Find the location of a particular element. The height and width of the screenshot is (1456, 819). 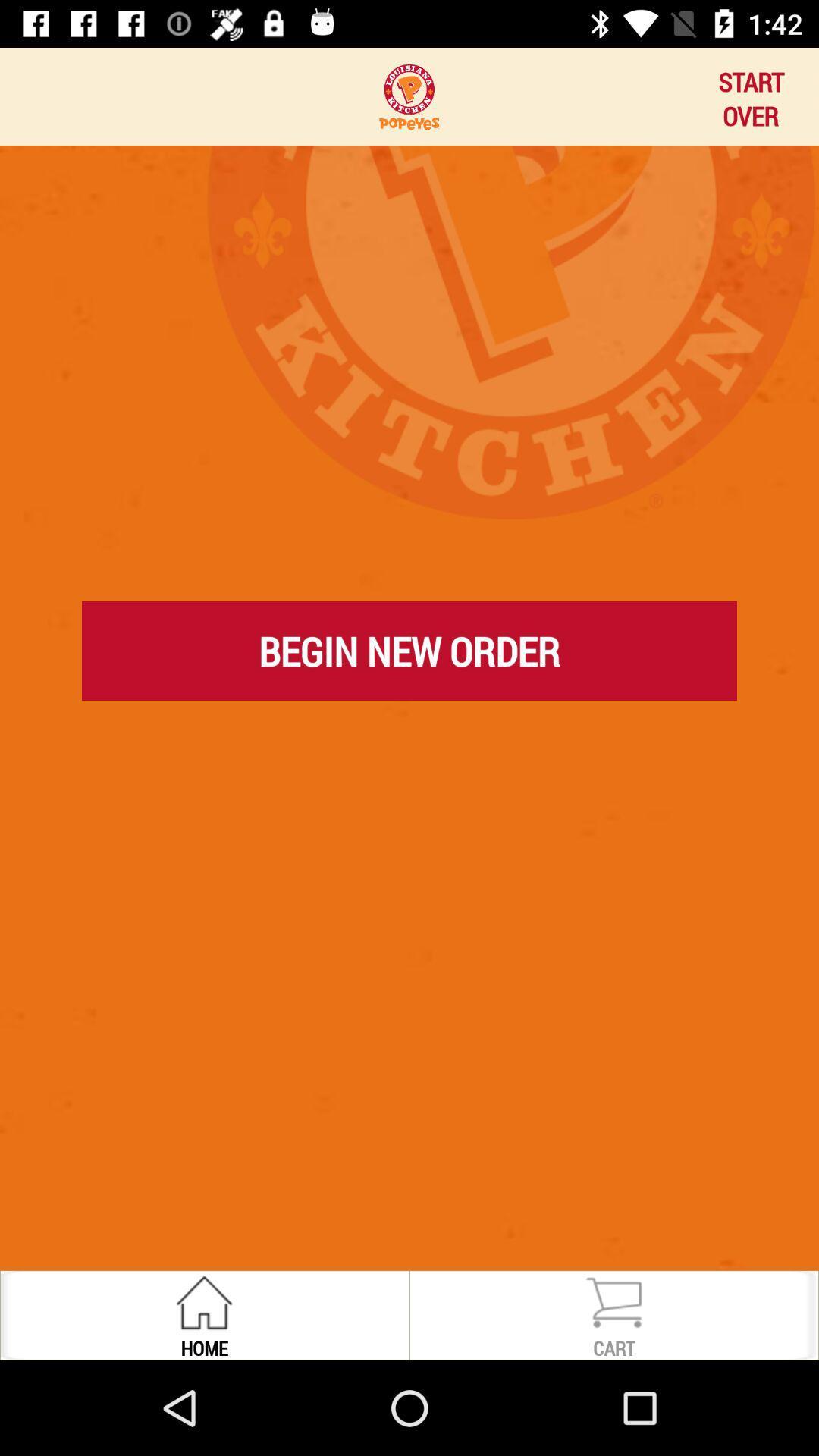

the home icon is located at coordinates (203, 1348).